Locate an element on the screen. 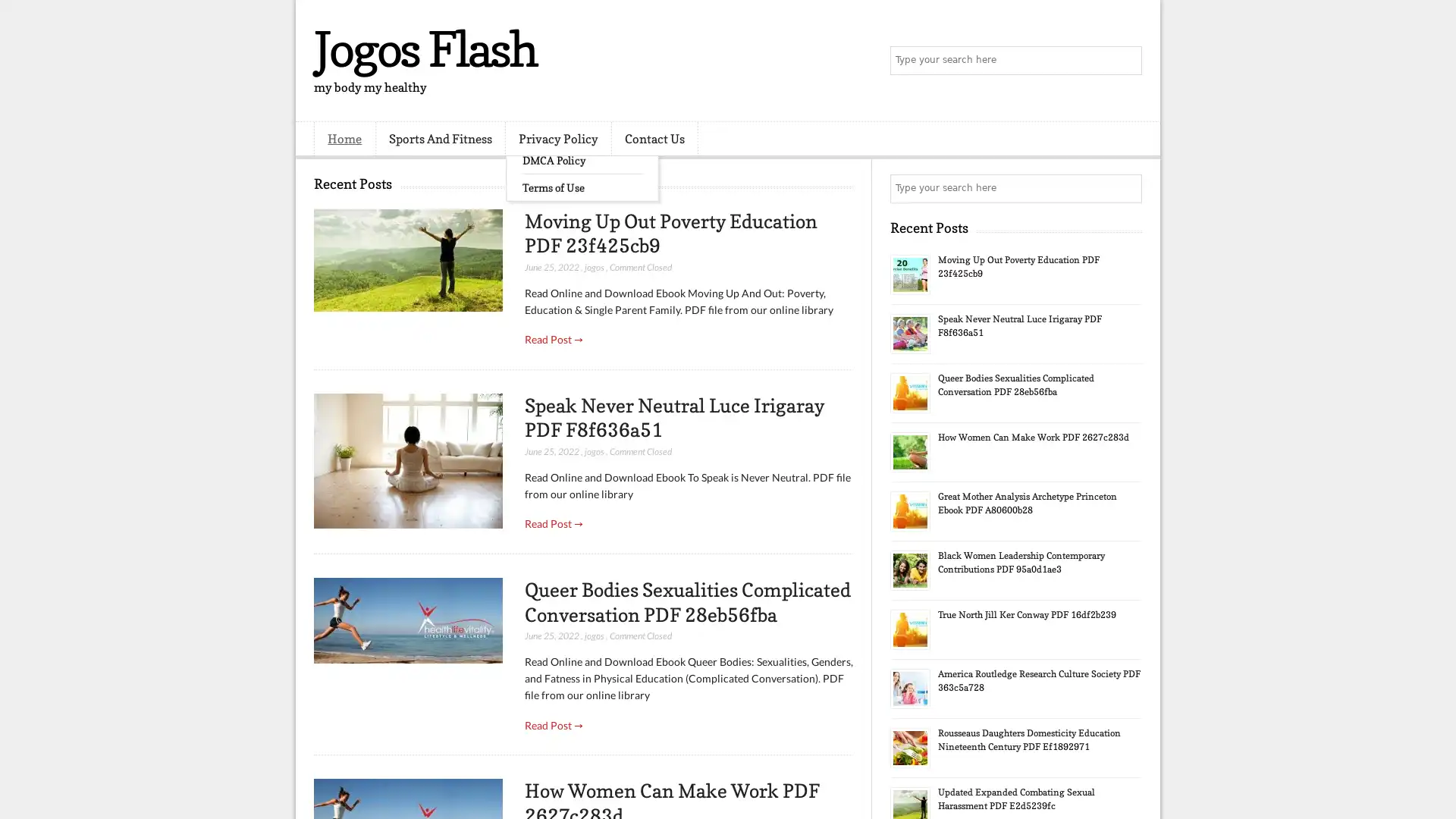 This screenshot has height=819, width=1456. Search is located at coordinates (1126, 61).